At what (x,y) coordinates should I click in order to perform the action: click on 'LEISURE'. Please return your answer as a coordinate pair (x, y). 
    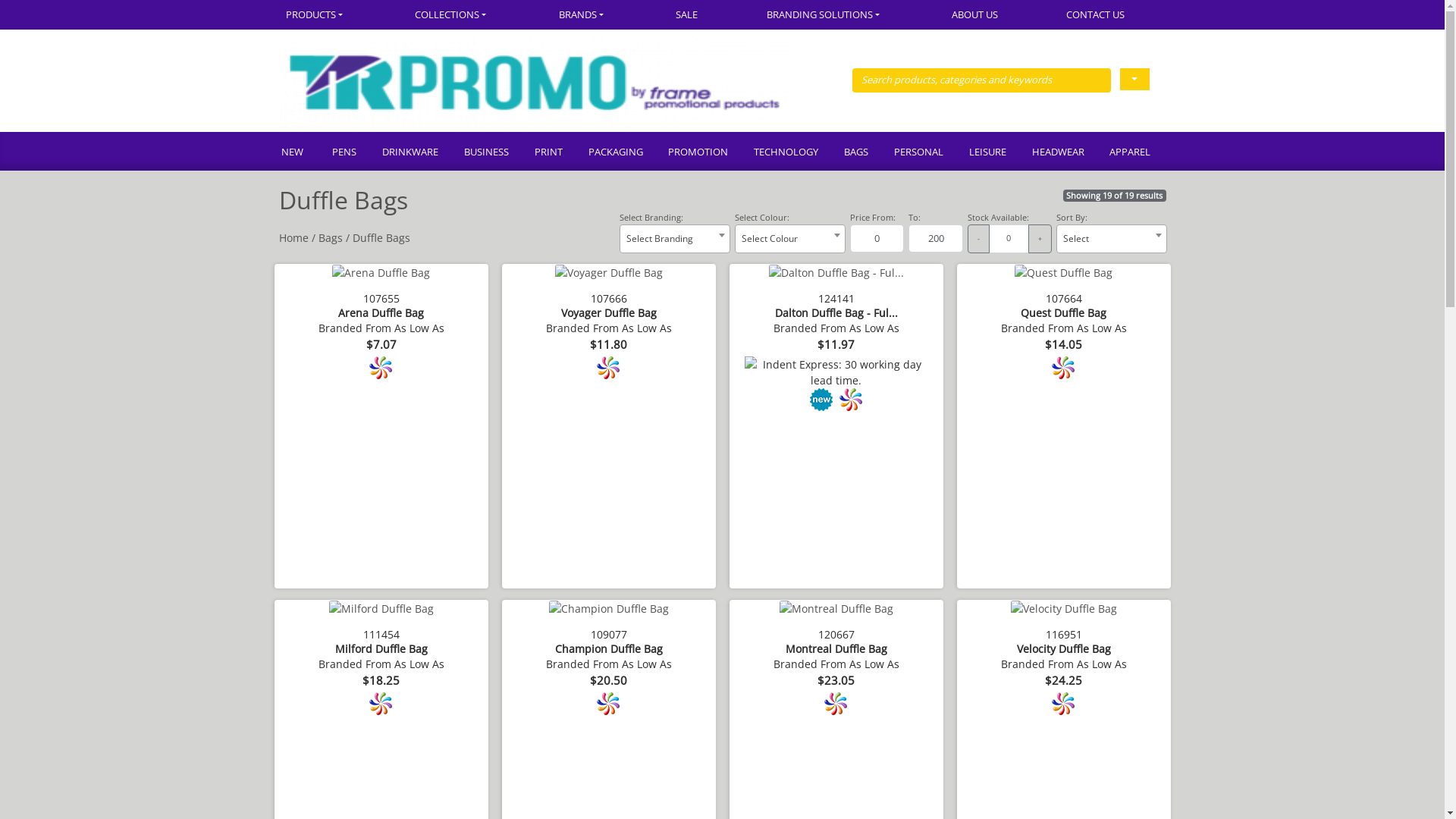
    Looking at the image, I should click on (987, 152).